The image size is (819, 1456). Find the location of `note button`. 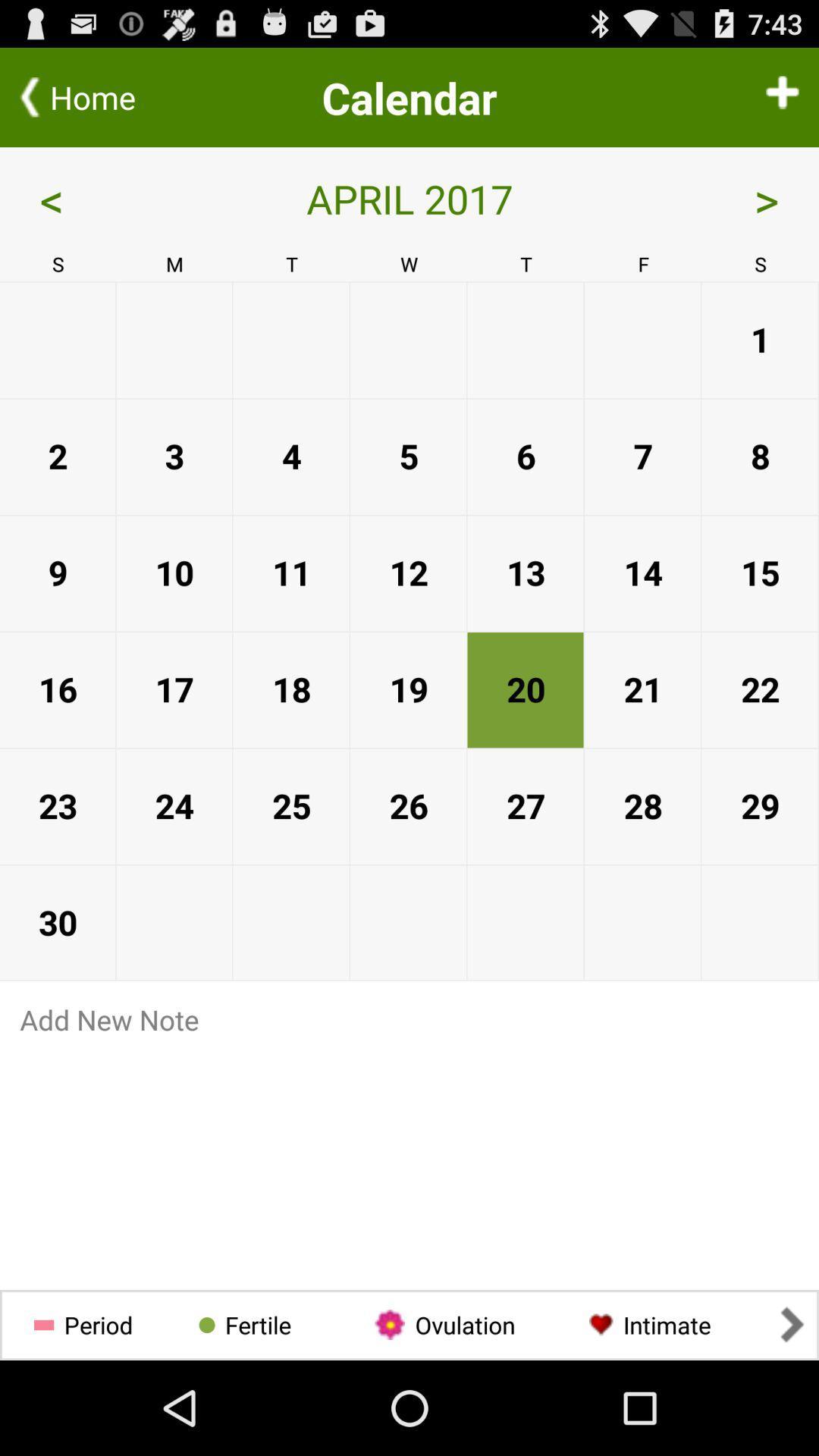

note button is located at coordinates (409, 1019).